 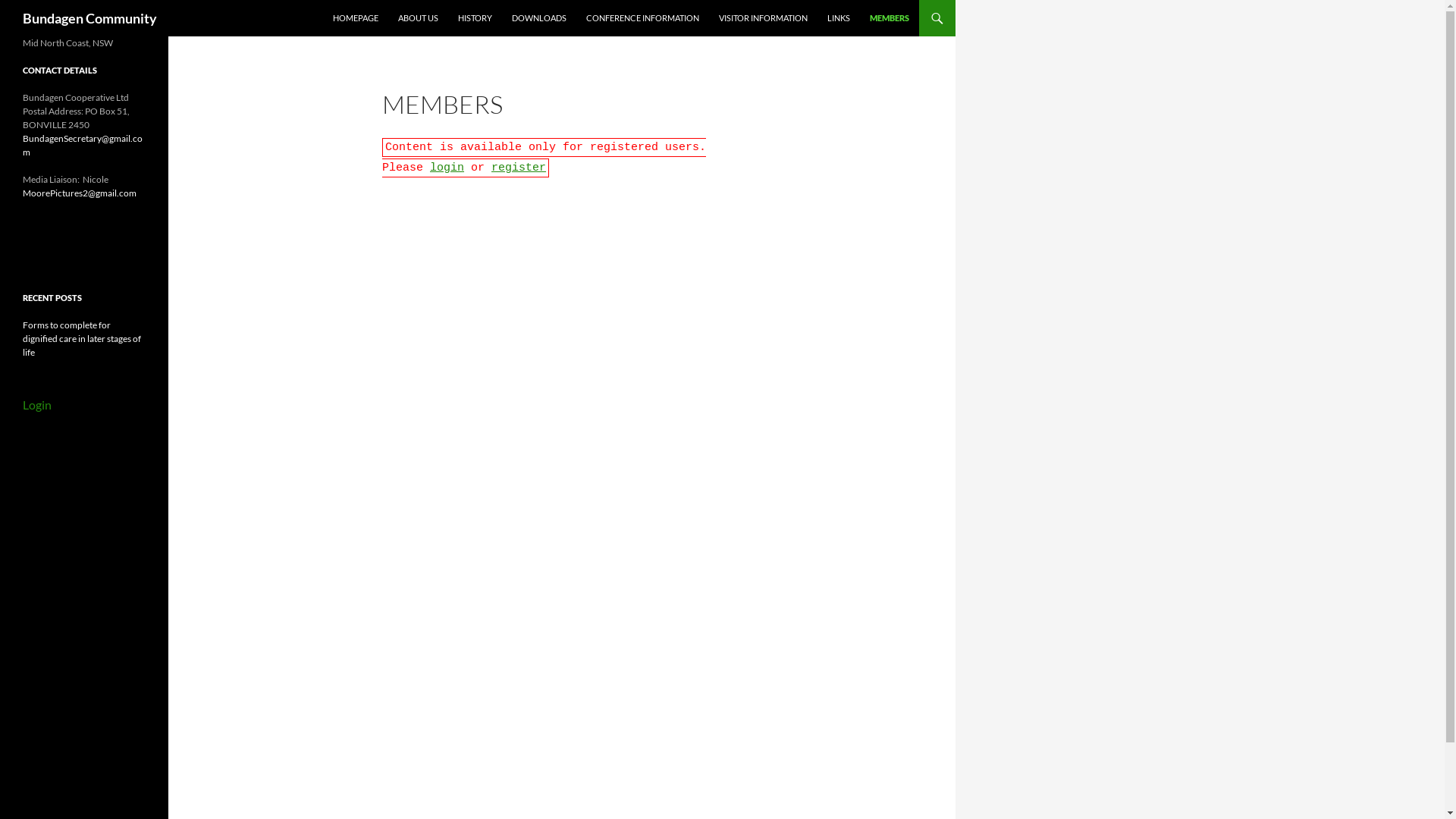 What do you see at coordinates (428, 168) in the screenshot?
I see `'login'` at bounding box center [428, 168].